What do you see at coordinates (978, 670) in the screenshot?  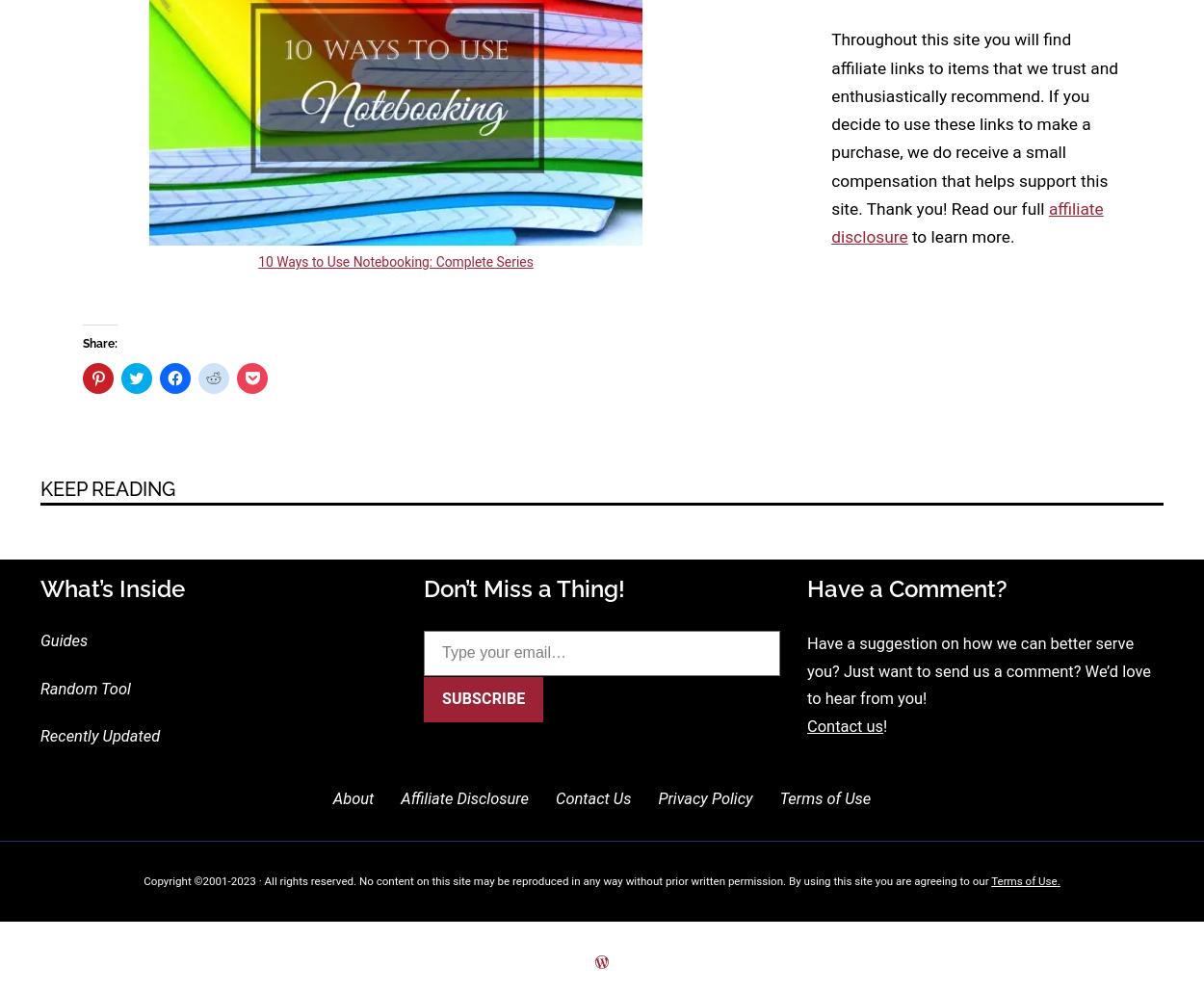 I see `'Have a suggestion on how we can better serve you? Just want to send us a comment? We’d love to hear from you!'` at bounding box center [978, 670].